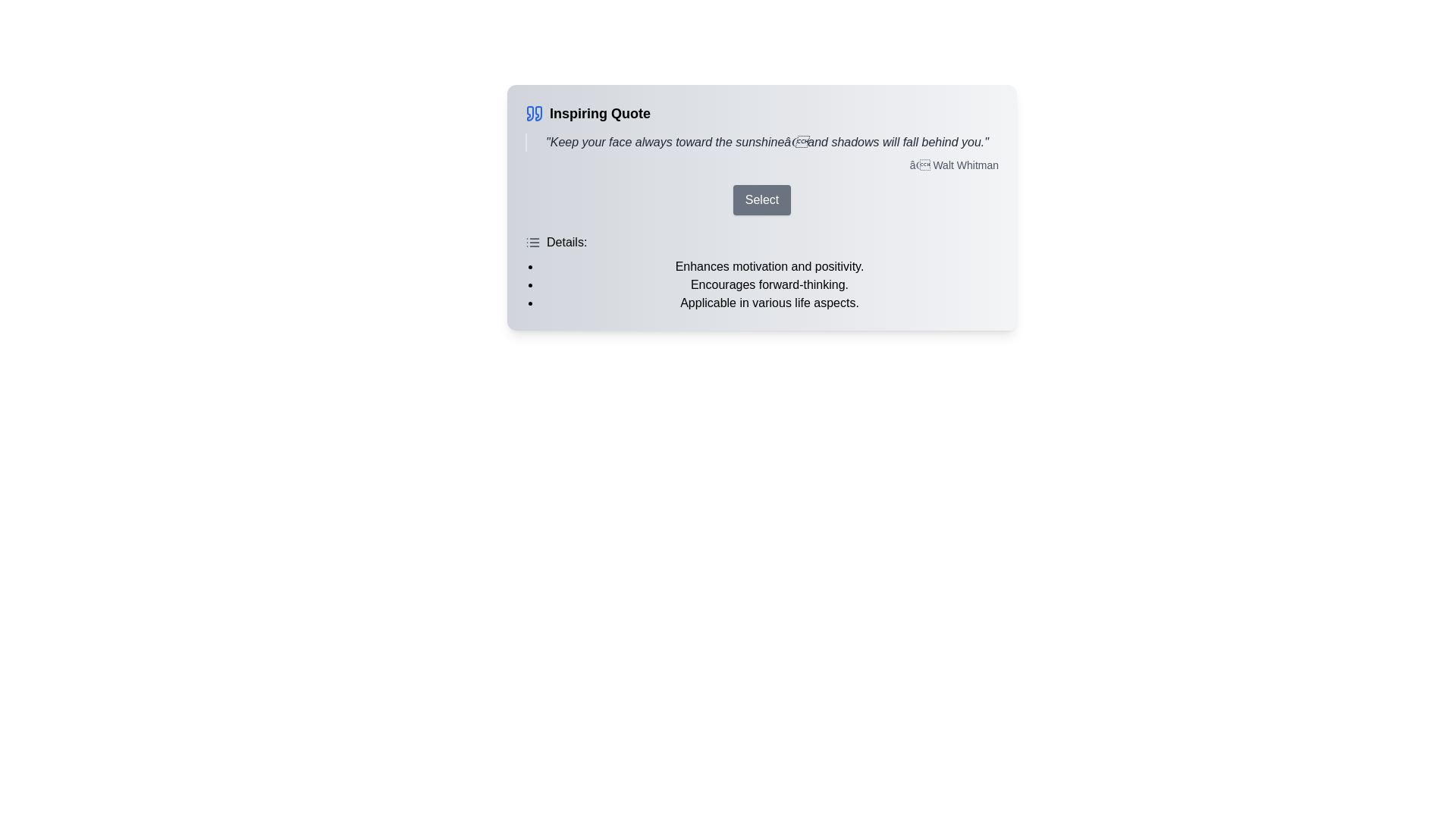  Describe the element at coordinates (761, 207) in the screenshot. I see `the 'Select' button, which is a rectangular button with white text on a gray background, centrally aligned and featuring rounded corners` at that location.